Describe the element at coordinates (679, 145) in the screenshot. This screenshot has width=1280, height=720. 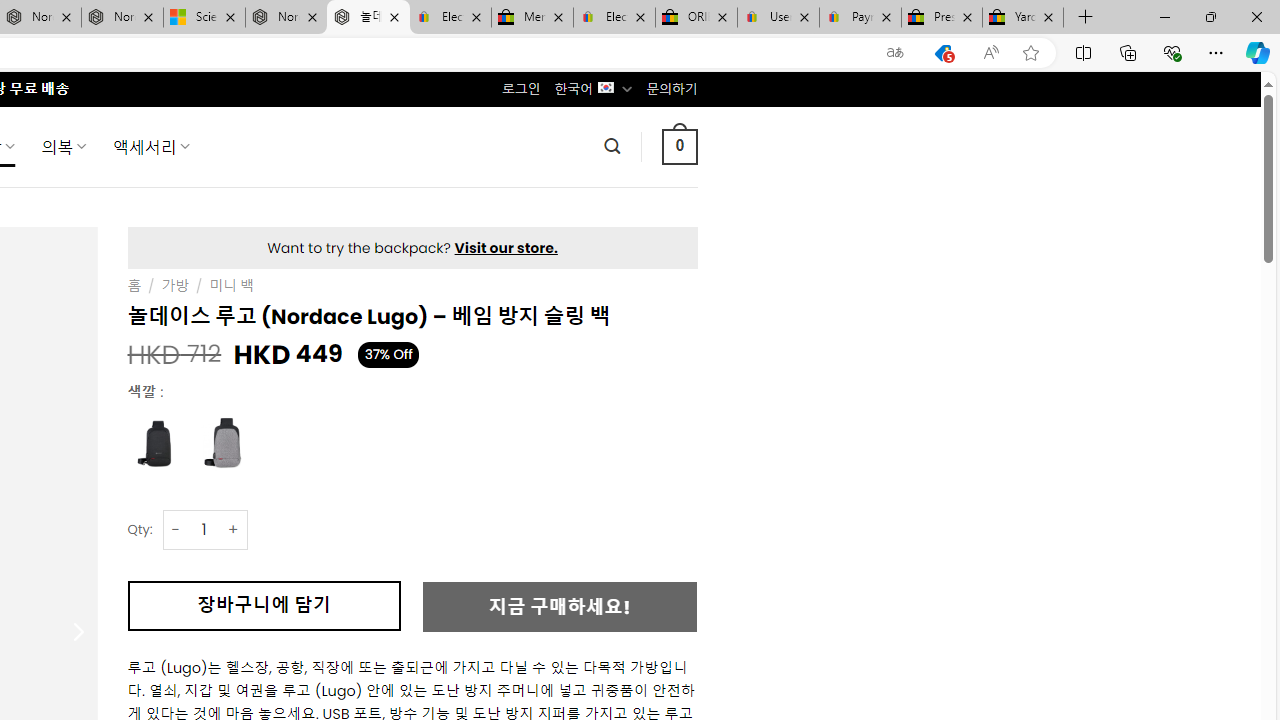
I see `'  0  '` at that location.